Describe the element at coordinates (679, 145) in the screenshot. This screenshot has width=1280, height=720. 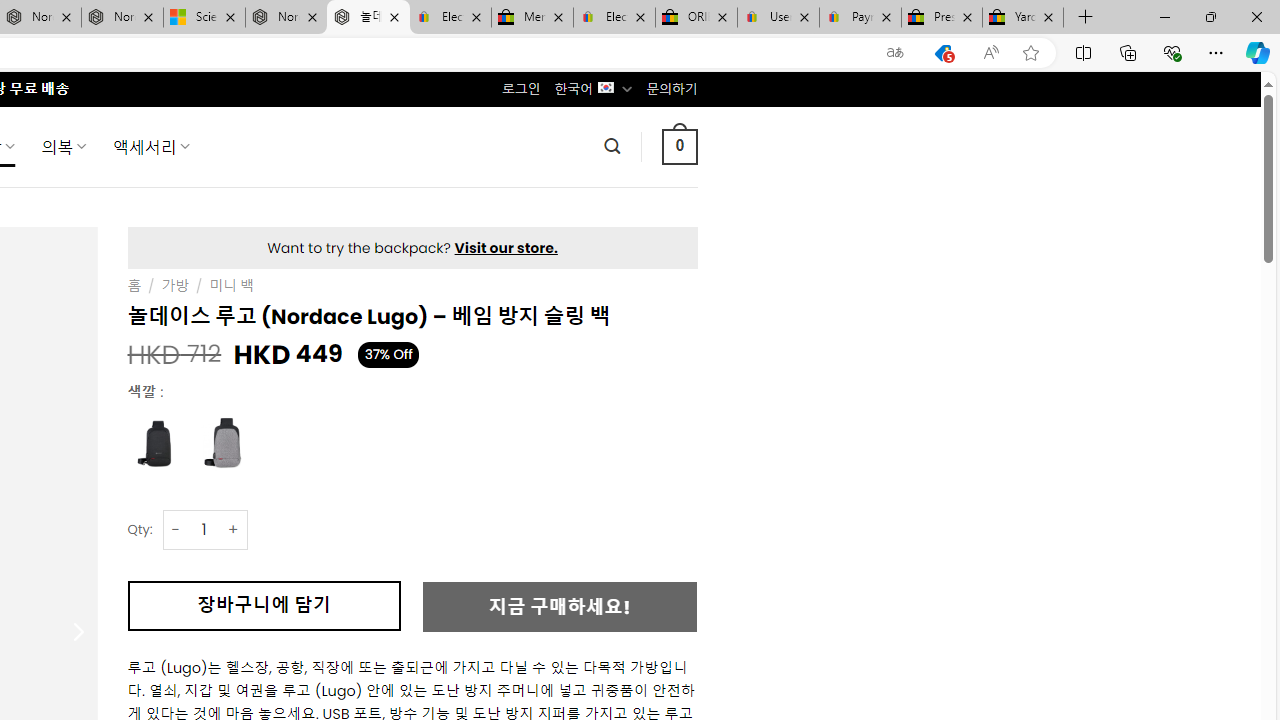
I see `'  0  '` at that location.